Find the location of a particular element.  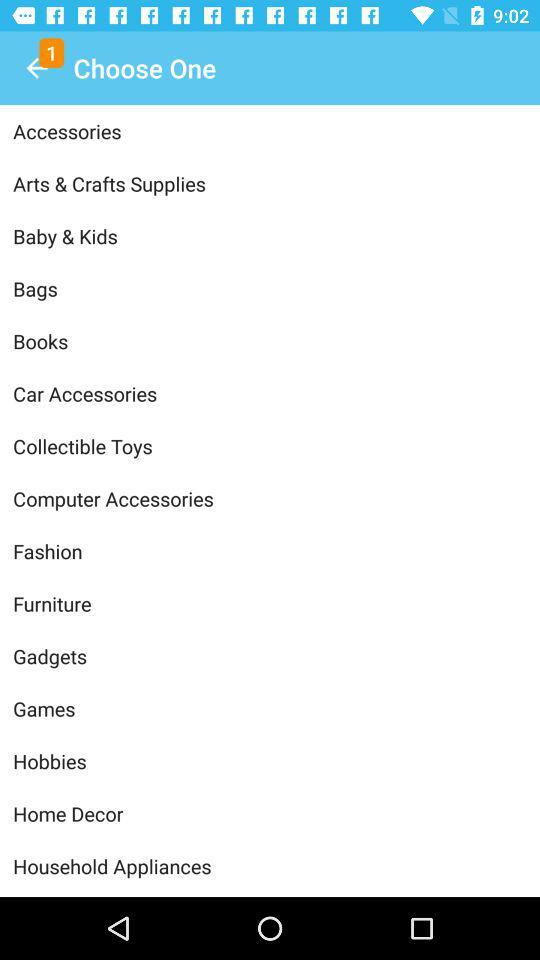

the item above books is located at coordinates (270, 287).